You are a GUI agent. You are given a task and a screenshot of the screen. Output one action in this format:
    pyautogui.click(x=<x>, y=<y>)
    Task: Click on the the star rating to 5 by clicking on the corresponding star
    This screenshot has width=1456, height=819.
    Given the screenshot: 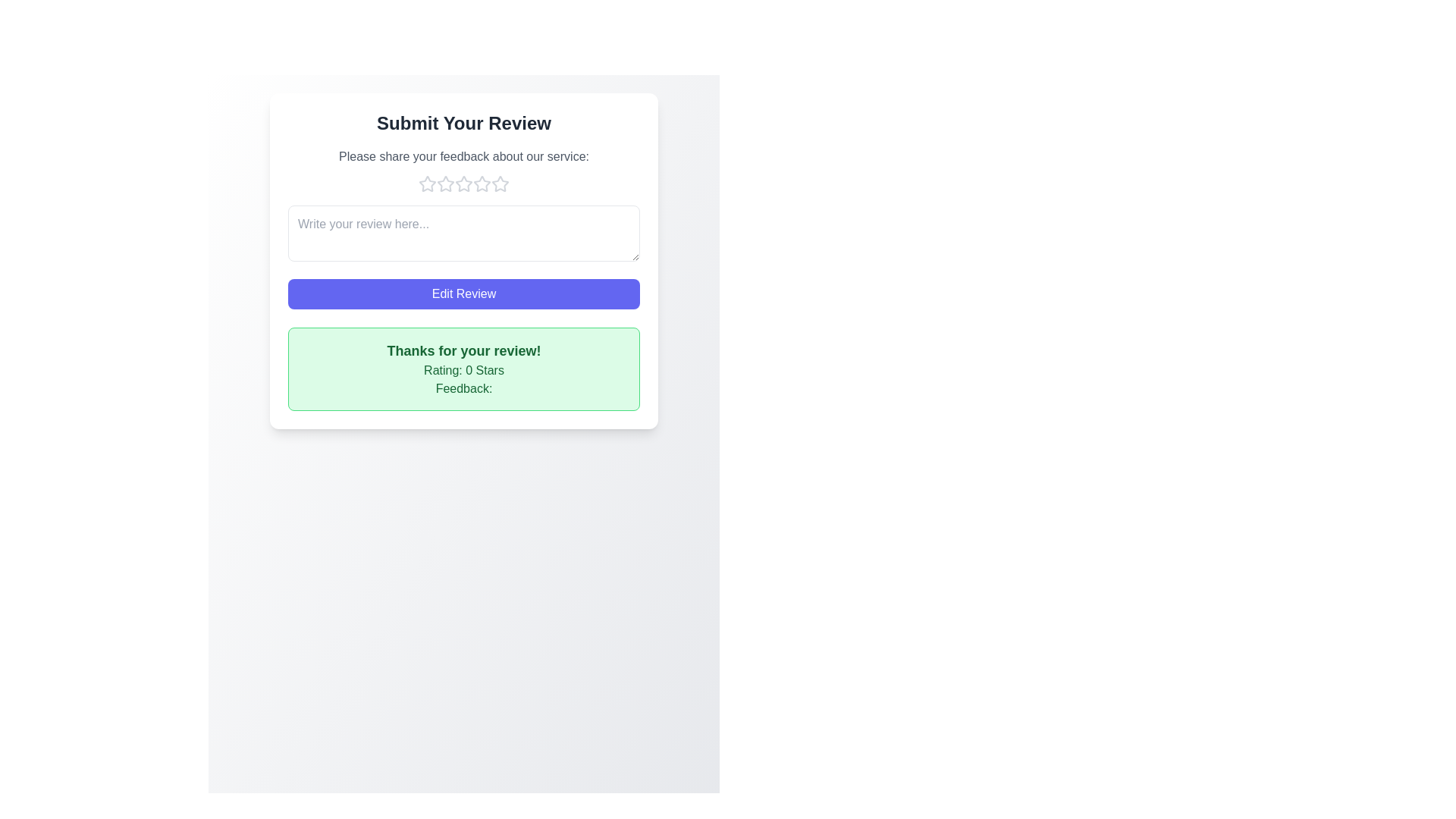 What is the action you would take?
    pyautogui.click(x=500, y=184)
    